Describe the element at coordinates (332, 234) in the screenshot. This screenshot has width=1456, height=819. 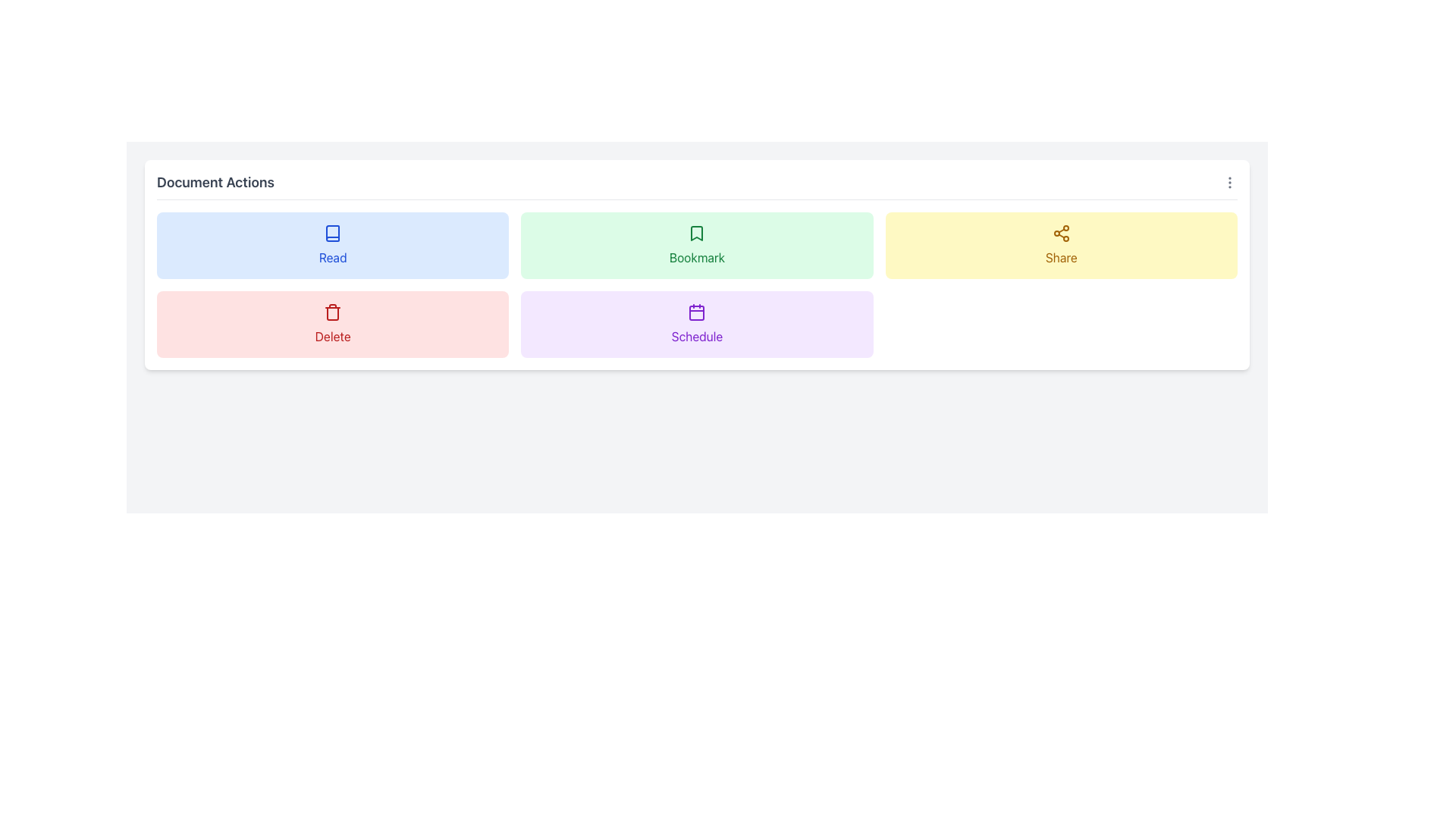
I see `the 'Read' button represented by the visual icon in the top-left section of the 'Document Actions' area` at that location.